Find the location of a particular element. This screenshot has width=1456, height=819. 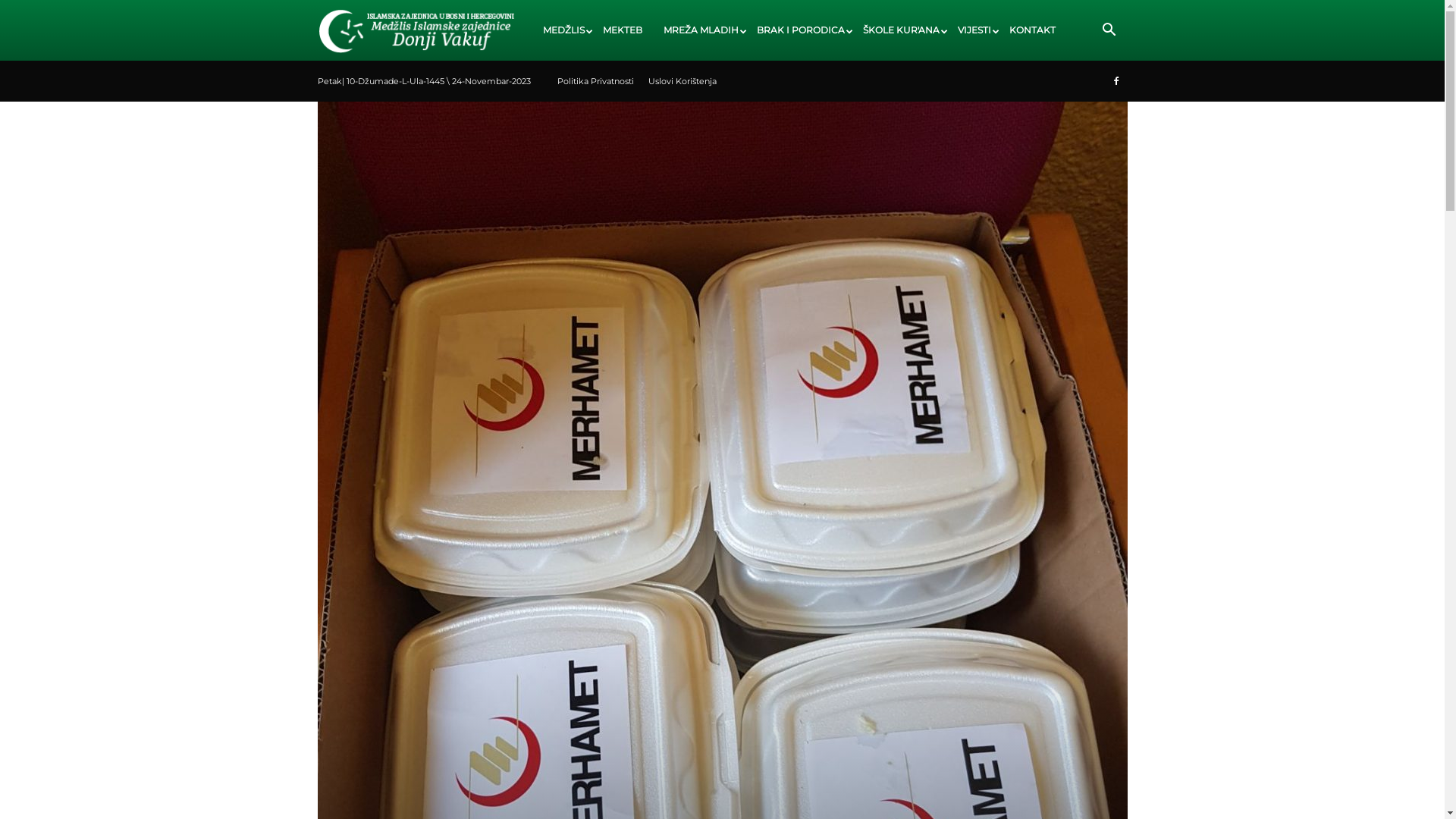

'VIJESTI' is located at coordinates (972, 30).